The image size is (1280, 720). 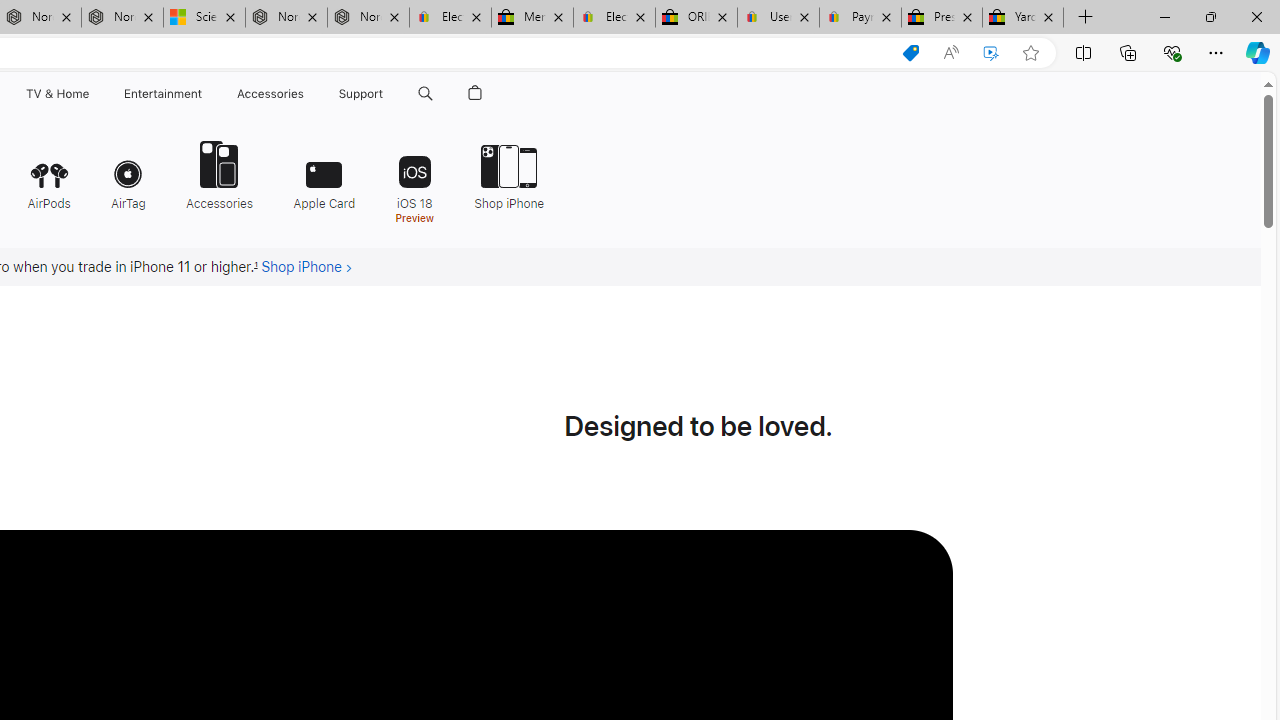 What do you see at coordinates (361, 93) in the screenshot?
I see `'Support'` at bounding box center [361, 93].